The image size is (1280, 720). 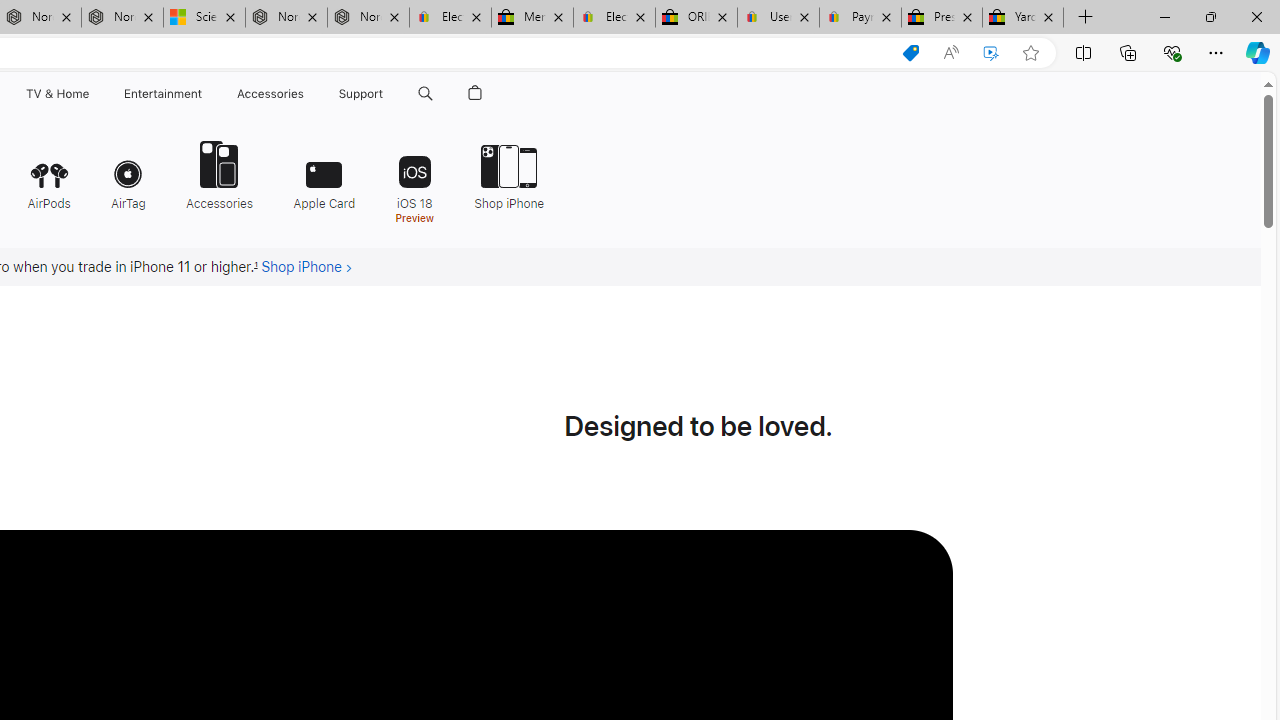 What do you see at coordinates (361, 93) in the screenshot?
I see `'Support'` at bounding box center [361, 93].